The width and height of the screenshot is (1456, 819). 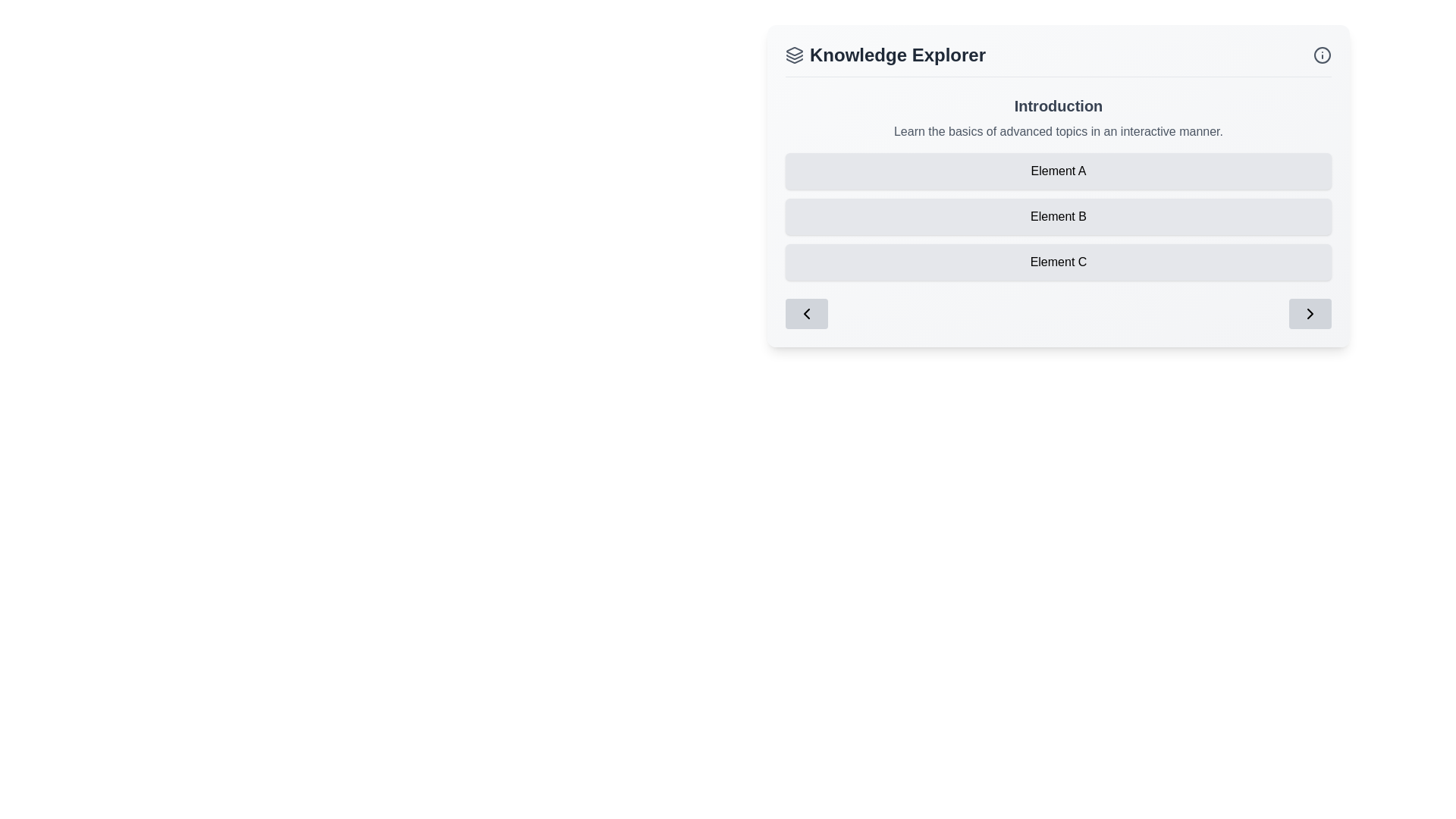 What do you see at coordinates (1058, 212) in the screenshot?
I see `the selectable list item labeled 'Element B', which is the second item in a vertical list with a light gray background and rounded corners, located below 'Element A'` at bounding box center [1058, 212].